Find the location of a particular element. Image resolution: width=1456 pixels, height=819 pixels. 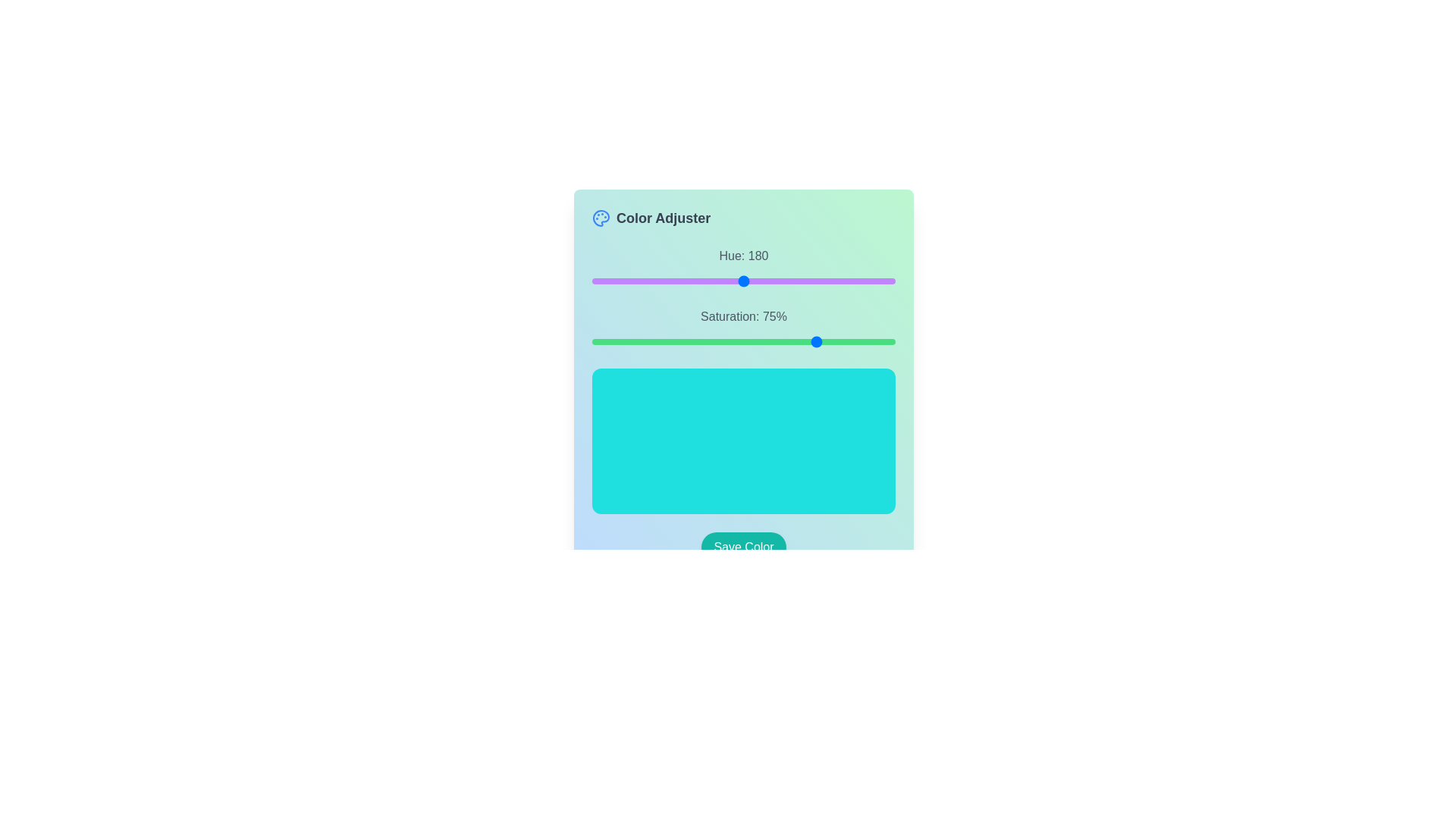

the save button located at the bottom of the 'Color Adjuster' card layout is located at coordinates (743, 547).